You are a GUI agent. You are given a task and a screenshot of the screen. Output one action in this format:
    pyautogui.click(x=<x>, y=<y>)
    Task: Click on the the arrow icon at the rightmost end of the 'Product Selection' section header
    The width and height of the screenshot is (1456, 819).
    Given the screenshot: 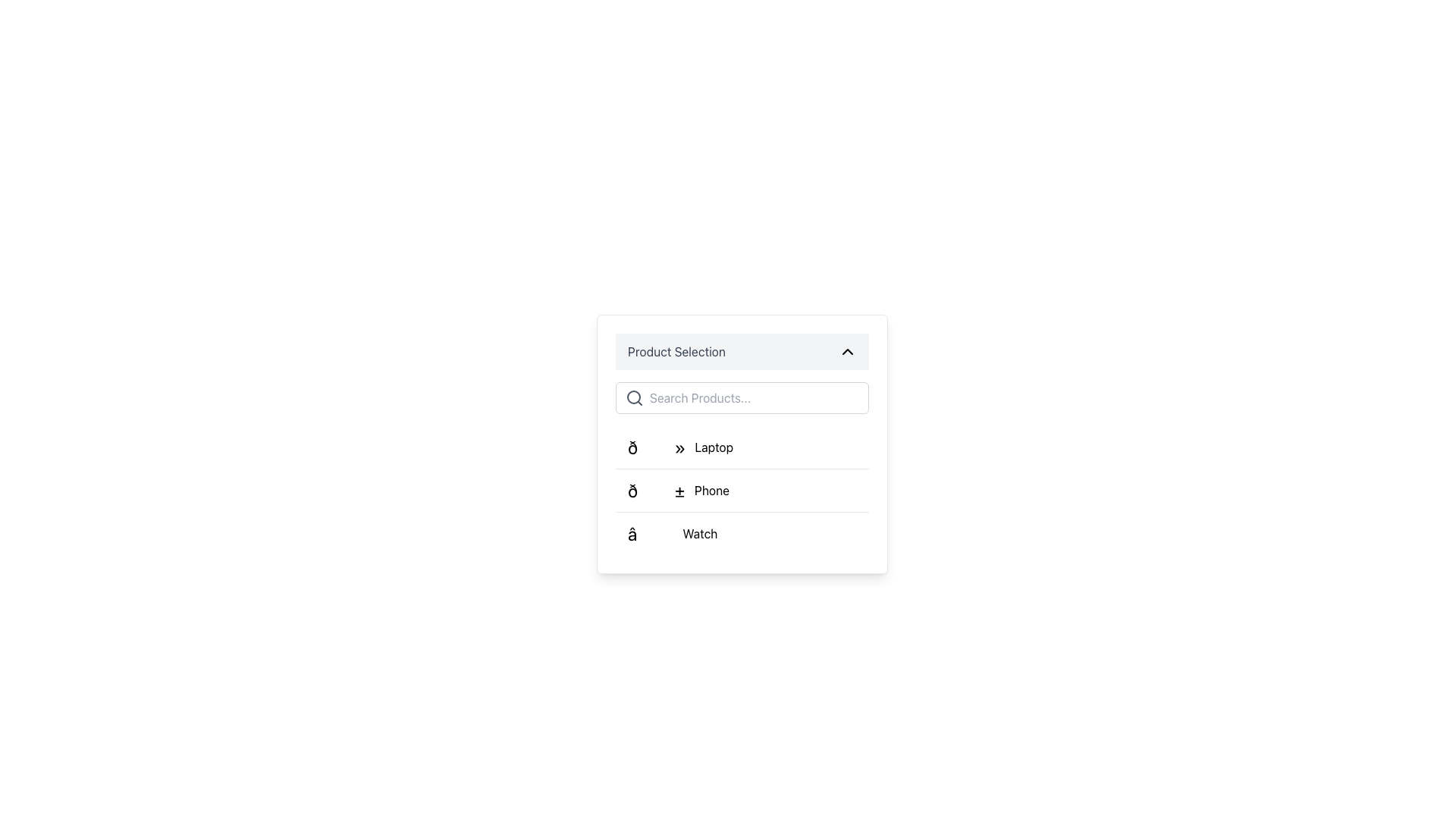 What is the action you would take?
    pyautogui.click(x=847, y=351)
    